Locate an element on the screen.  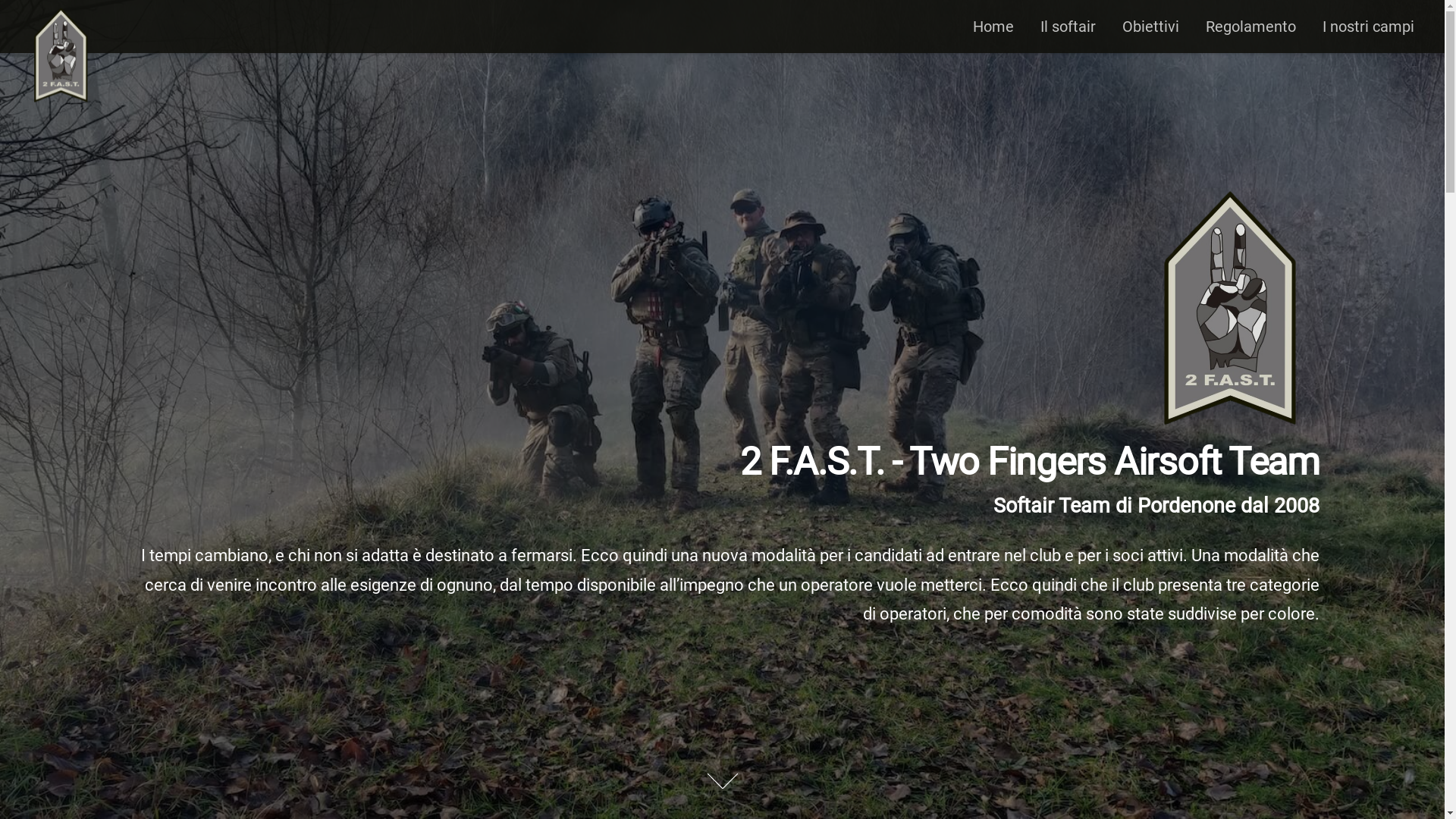
'Regolamento' is located at coordinates (1250, 26).